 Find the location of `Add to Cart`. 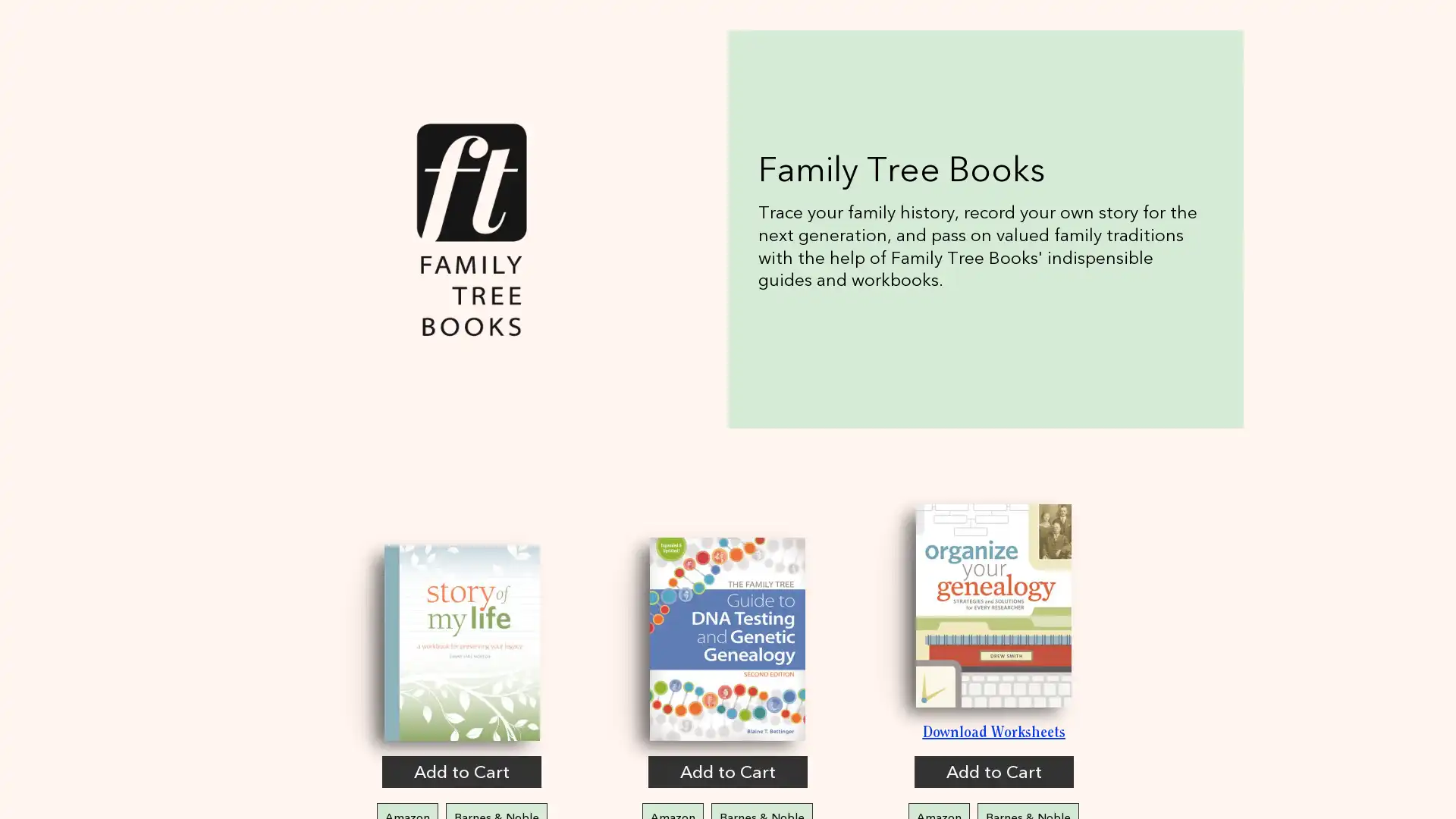

Add to Cart is located at coordinates (726, 771).